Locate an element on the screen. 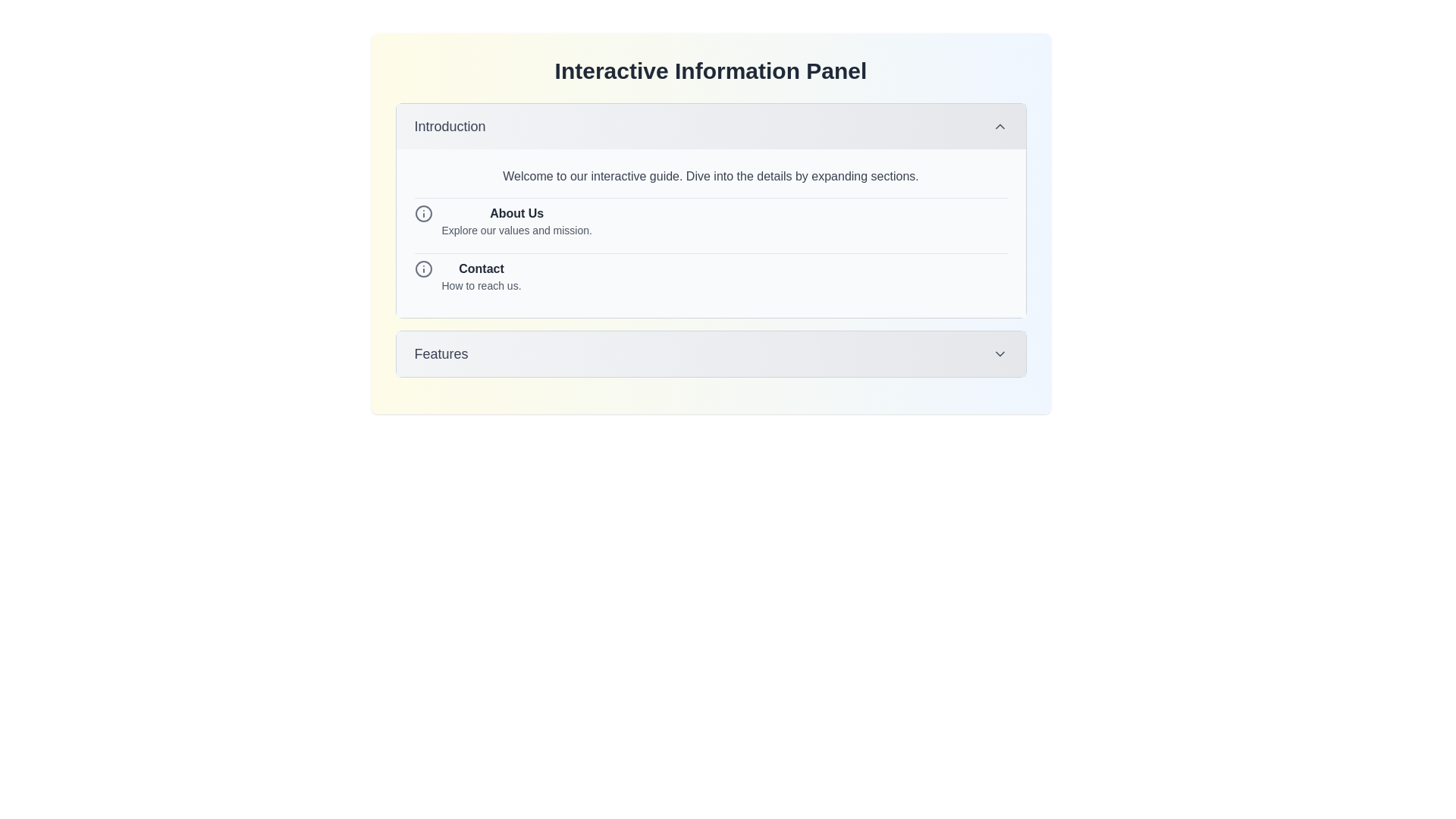 Image resolution: width=1456 pixels, height=819 pixels. the static text that reads 'Explore our values and mission.' located beneath the 'About Us' heading is located at coordinates (516, 231).